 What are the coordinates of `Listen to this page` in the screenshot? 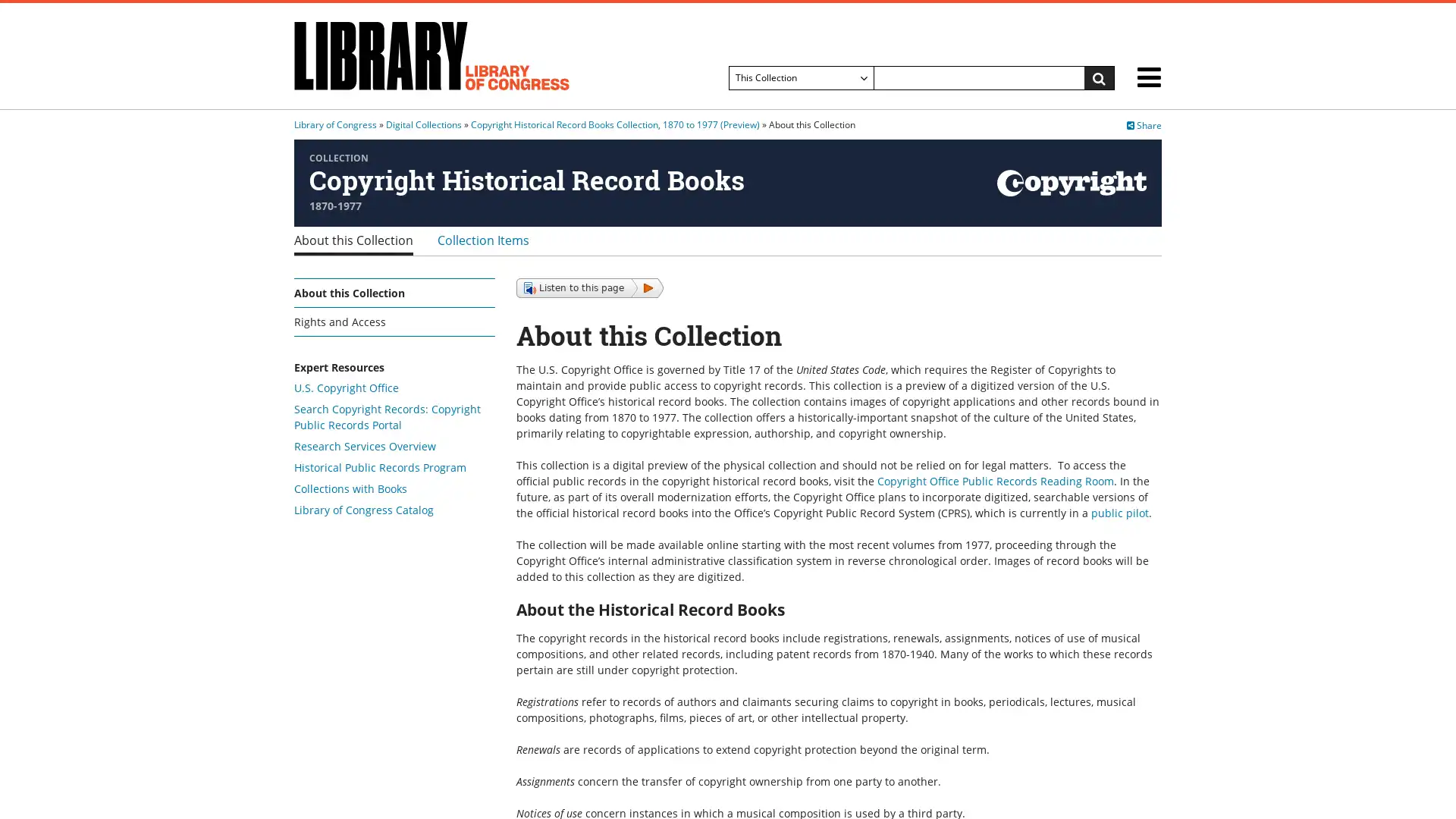 It's located at (588, 287).